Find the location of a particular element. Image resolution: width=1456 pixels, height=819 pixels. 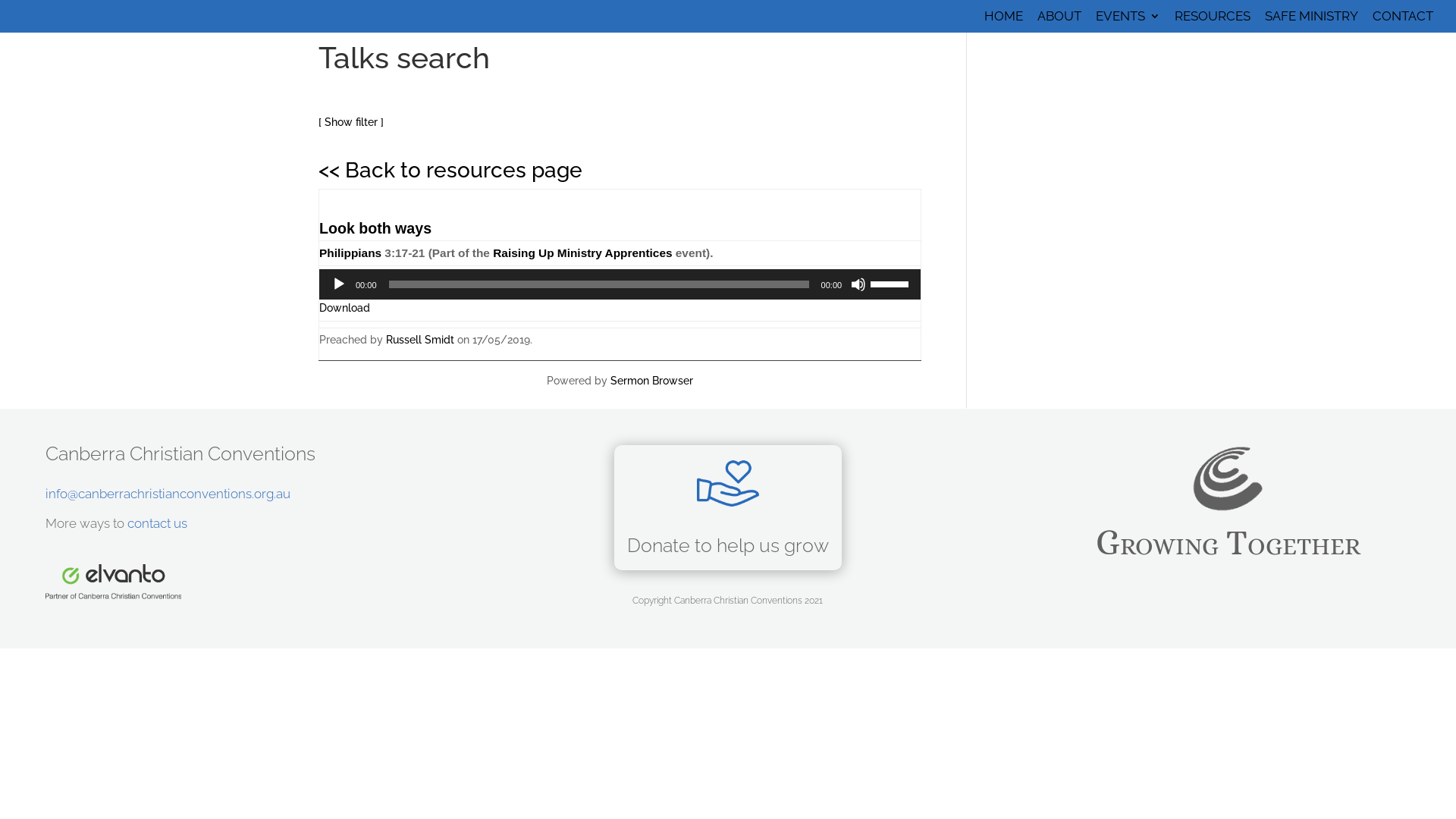

'SAFE MINISTRY' is located at coordinates (1310, 20).